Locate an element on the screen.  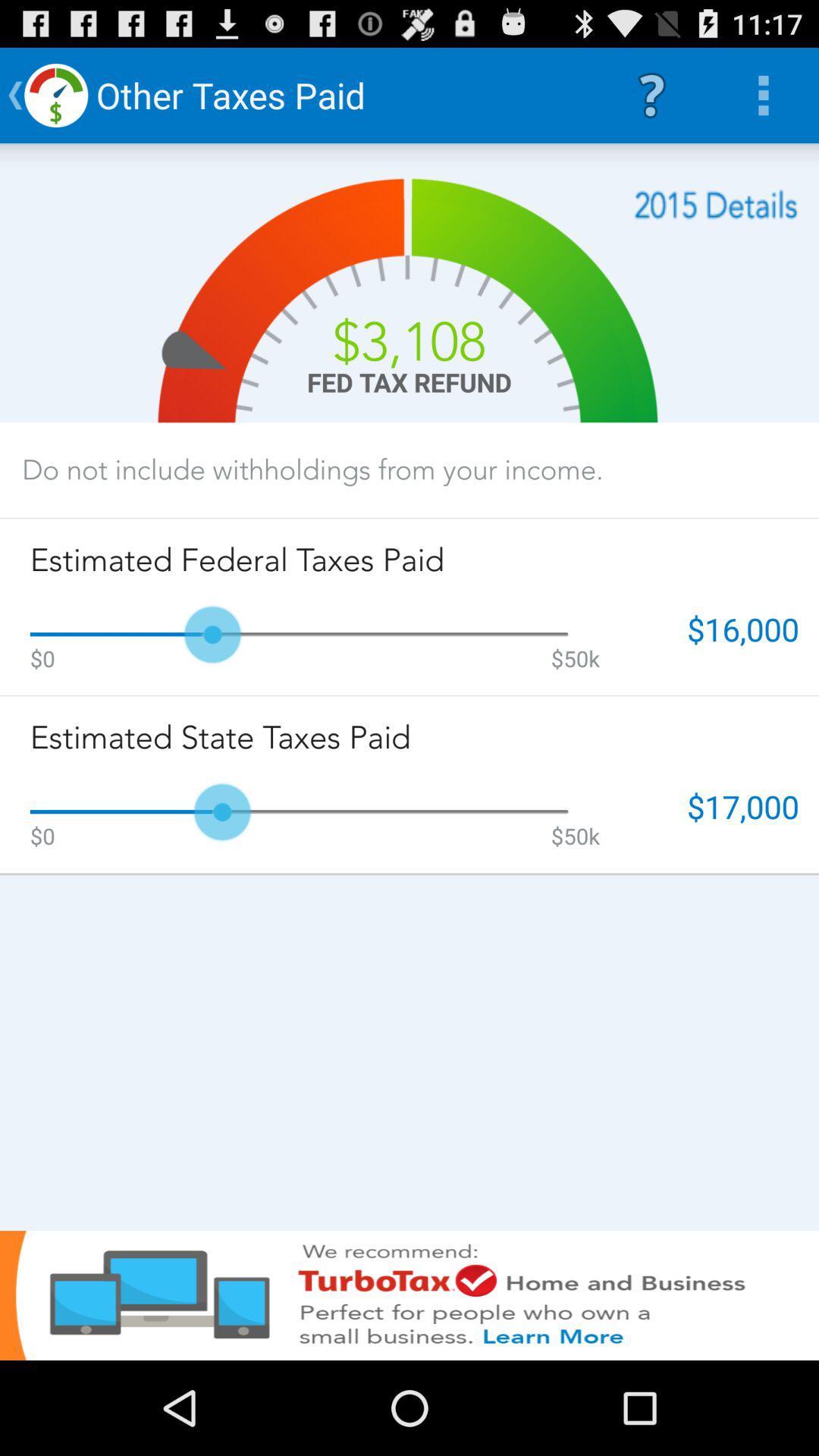
the do not include item is located at coordinates (312, 469).